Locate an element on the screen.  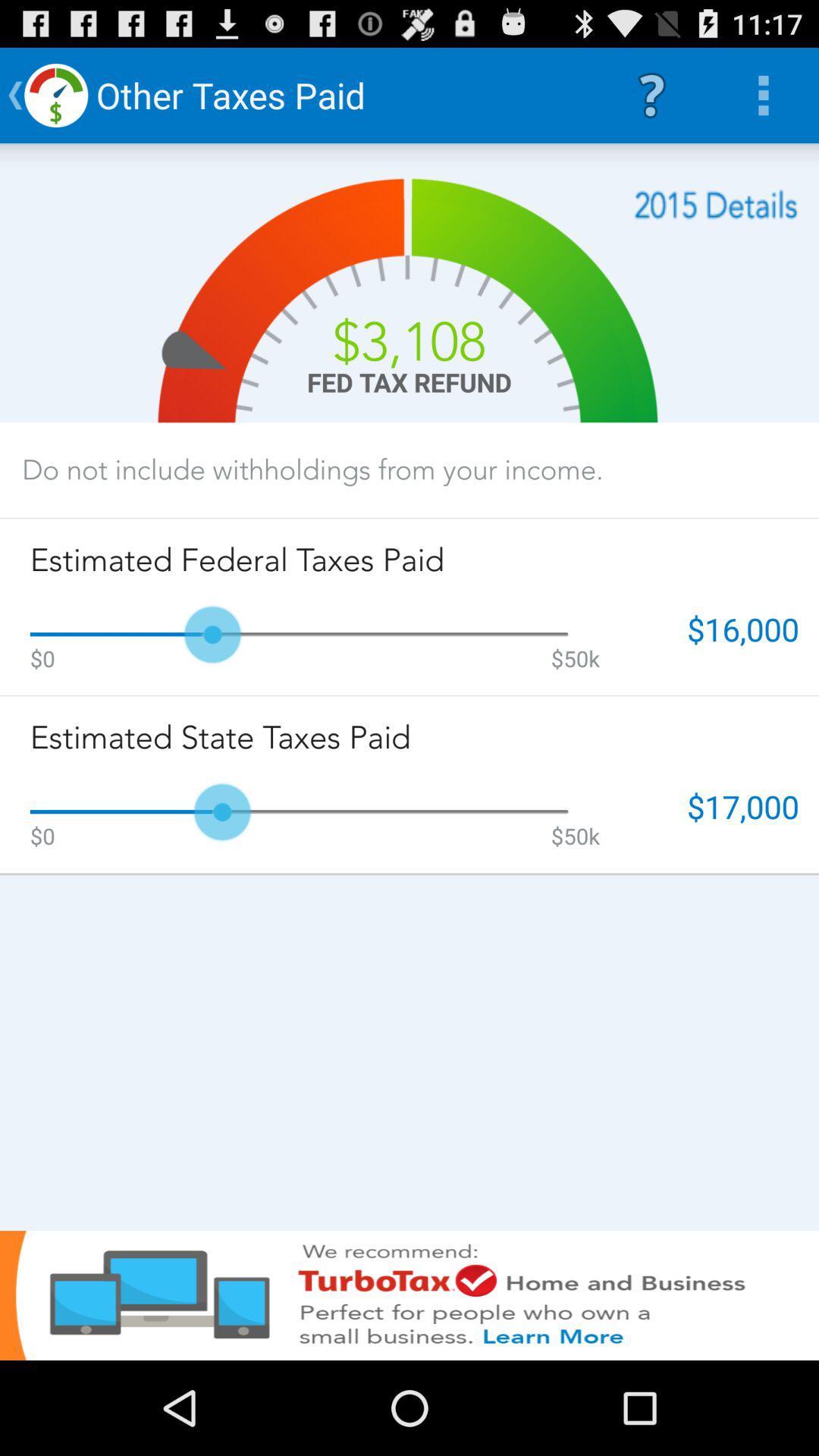
the do not include item is located at coordinates (312, 469).